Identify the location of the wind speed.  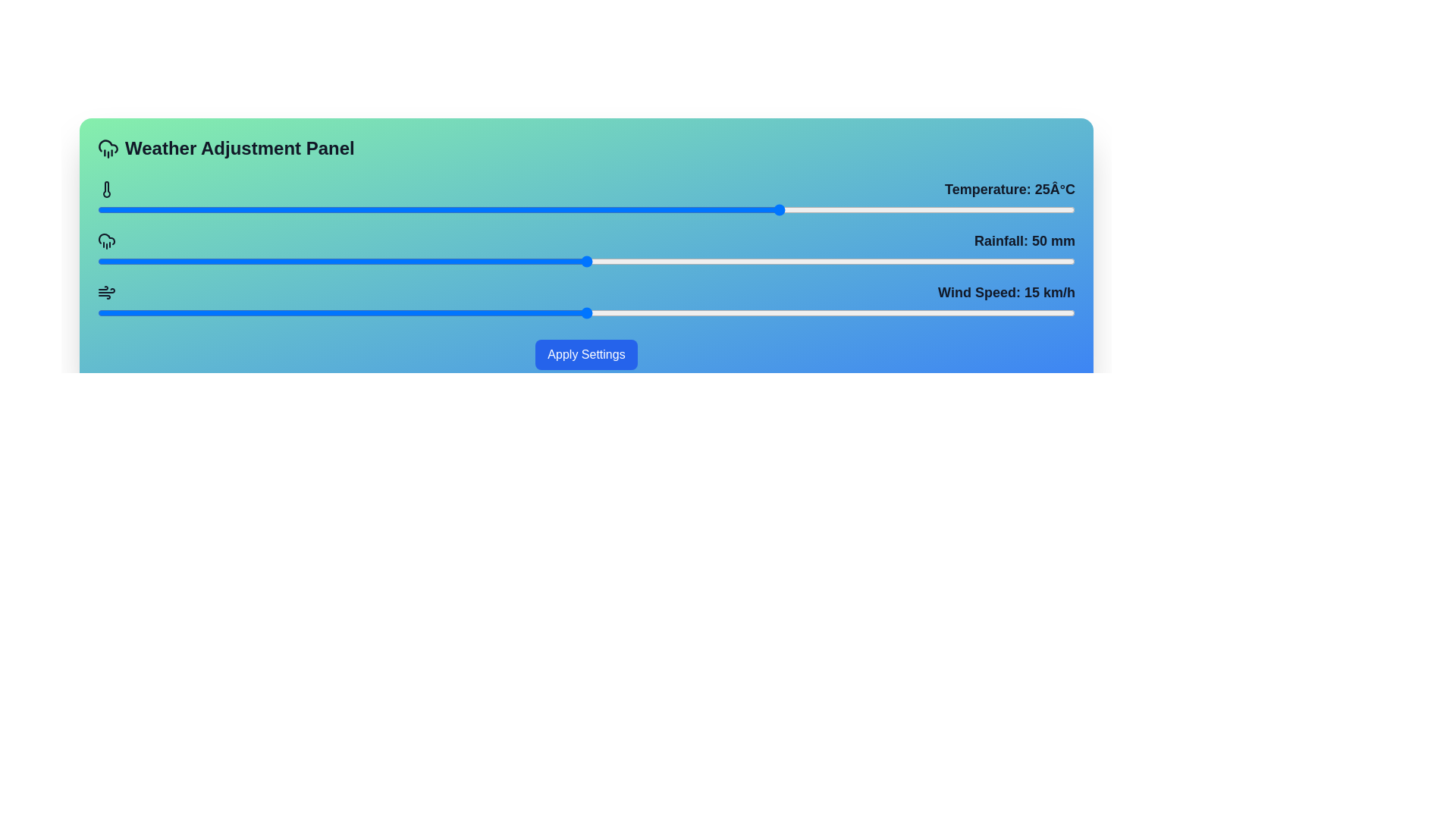
(749, 312).